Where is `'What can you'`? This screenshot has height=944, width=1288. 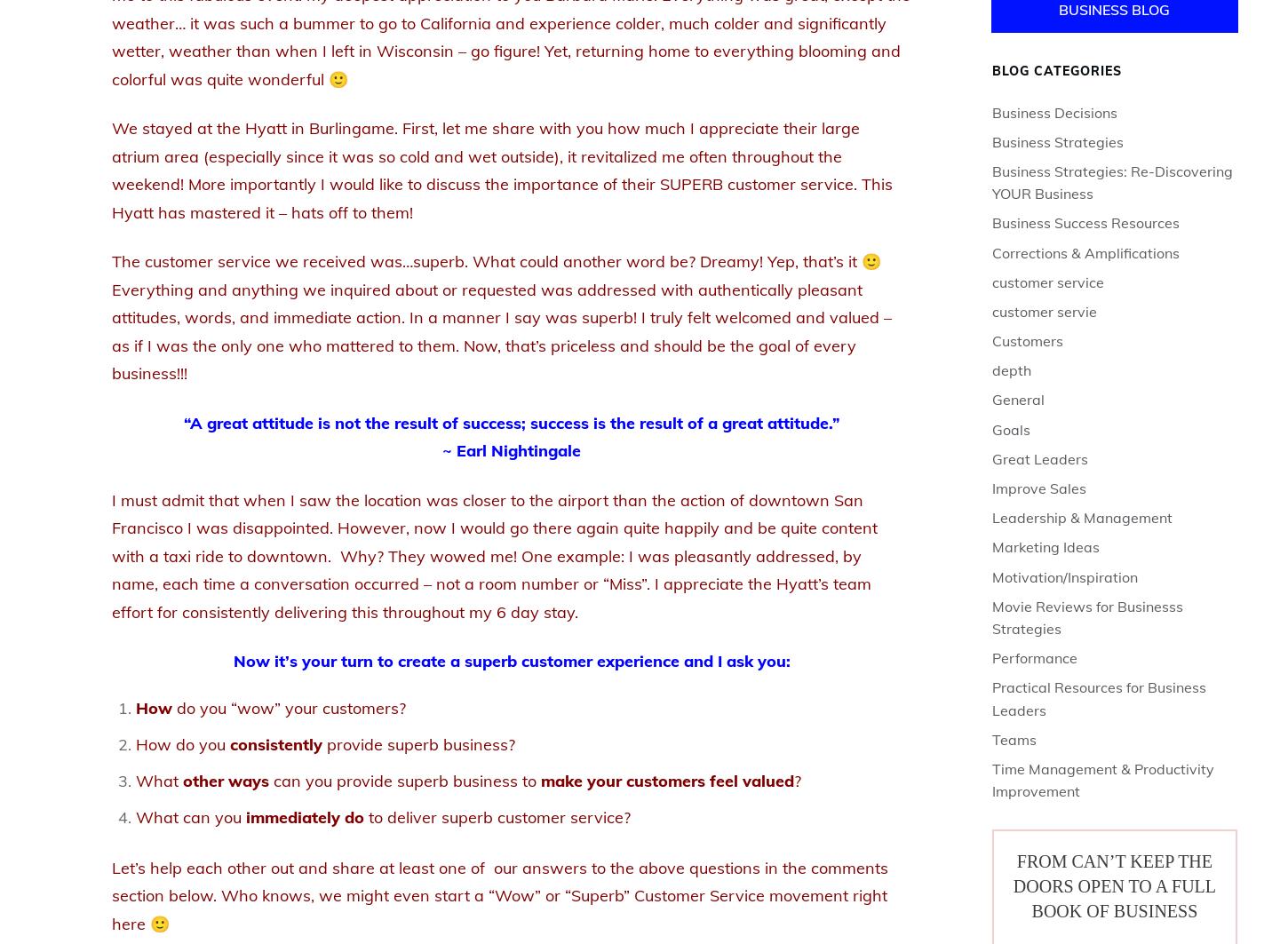
'What can you' is located at coordinates (190, 816).